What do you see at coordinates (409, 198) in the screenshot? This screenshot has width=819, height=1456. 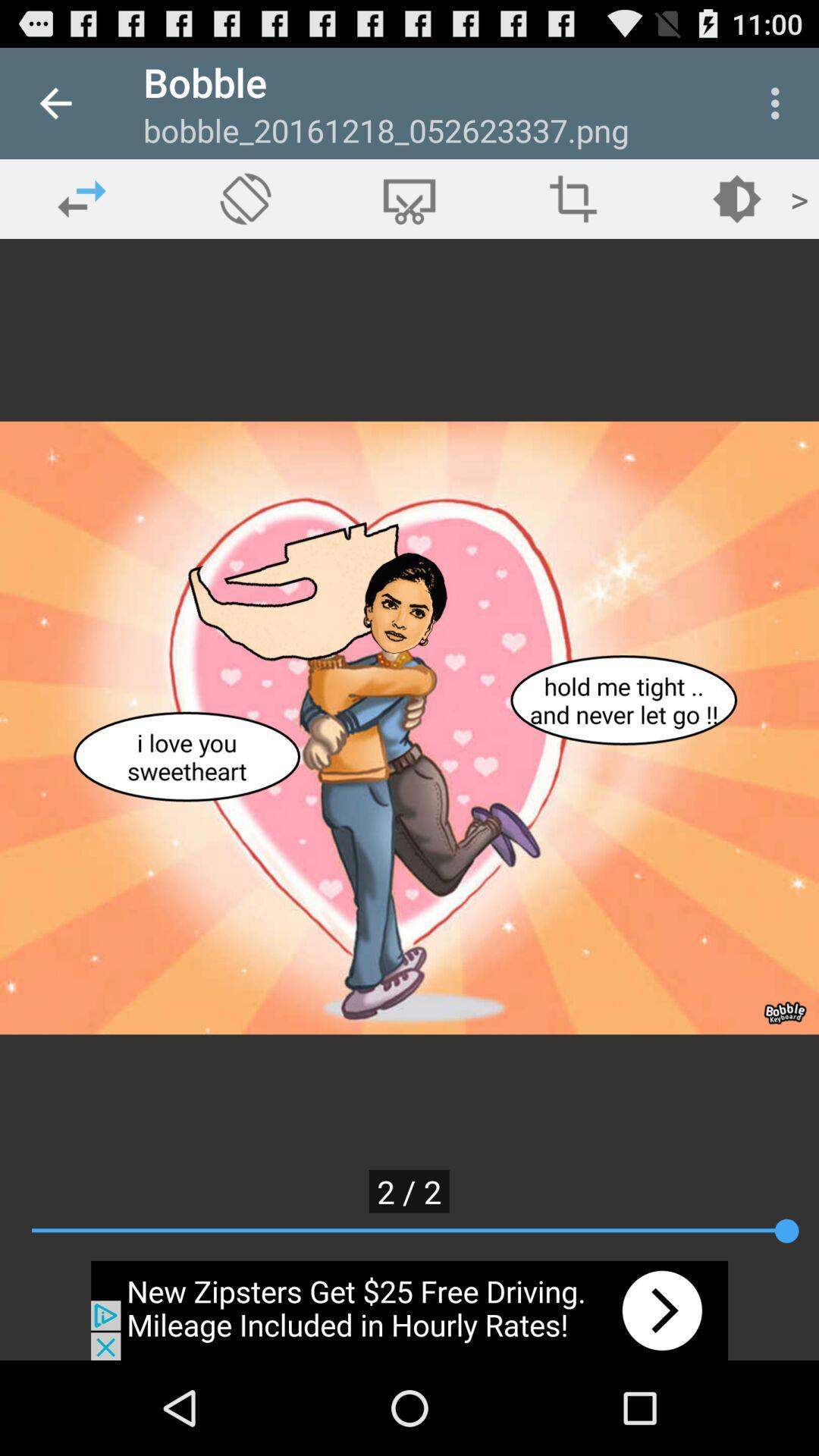 I see `cut the page` at bounding box center [409, 198].